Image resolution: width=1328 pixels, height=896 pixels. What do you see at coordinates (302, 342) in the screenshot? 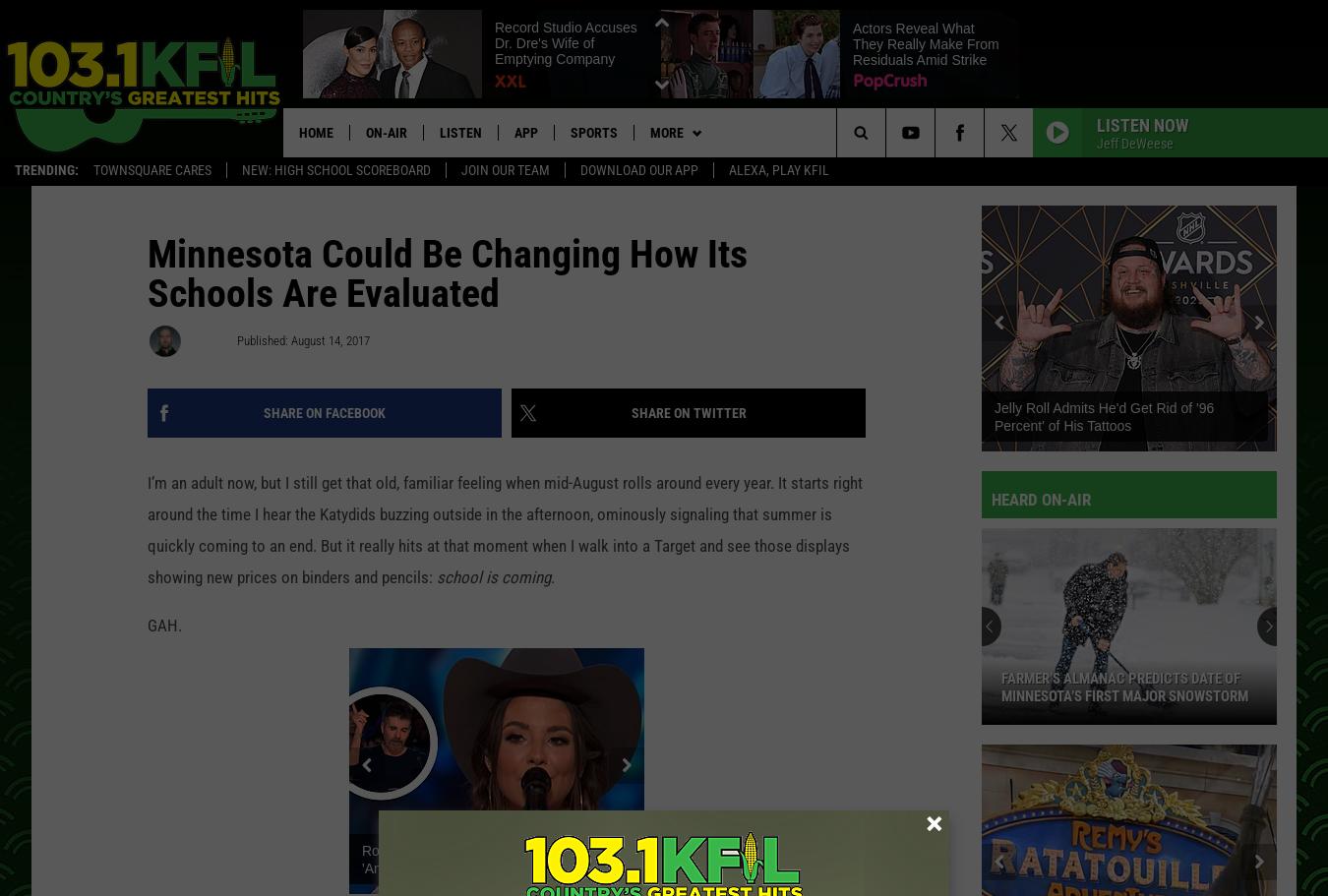
I see `'Published: August 14, 2017'` at bounding box center [302, 342].